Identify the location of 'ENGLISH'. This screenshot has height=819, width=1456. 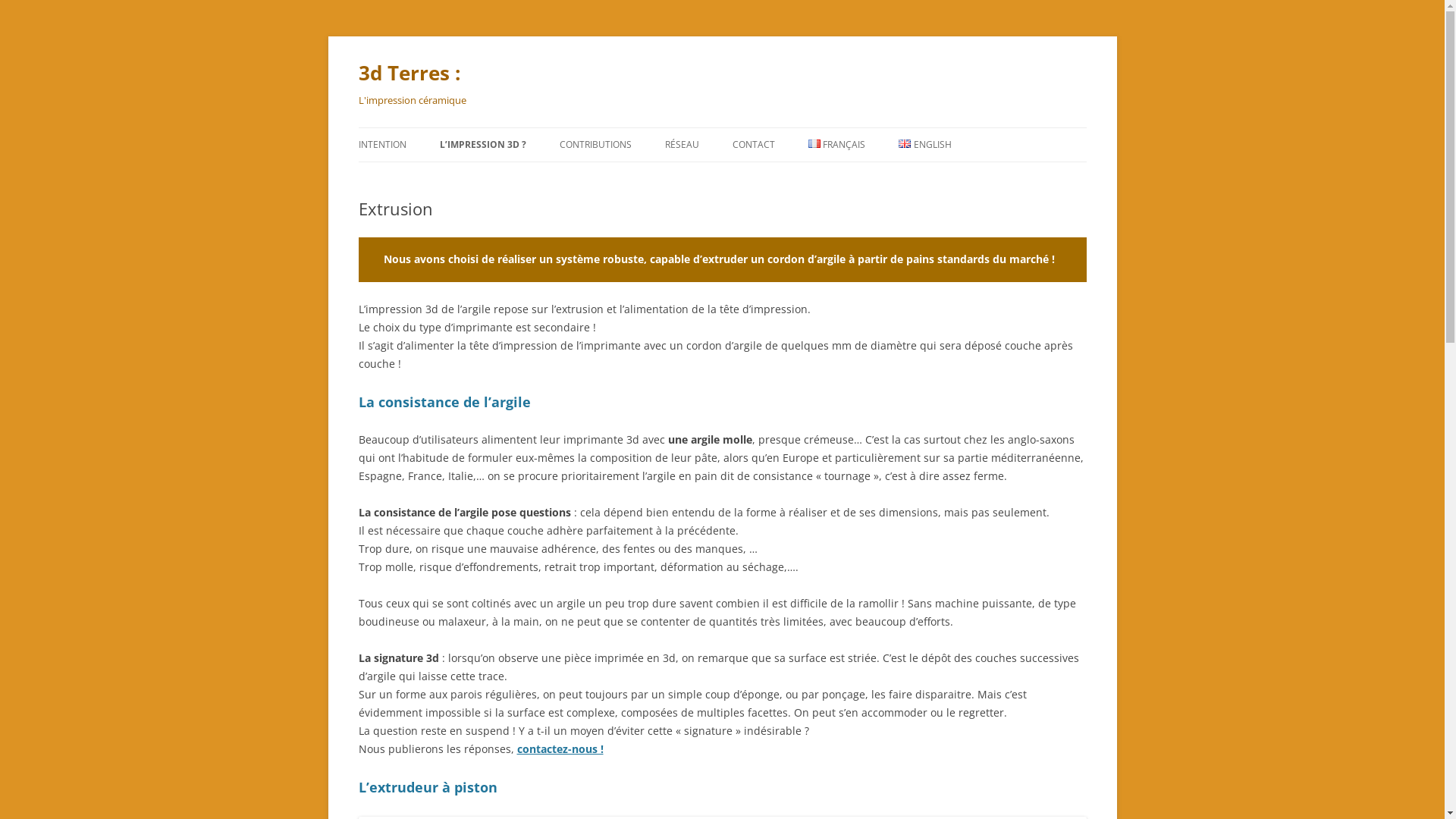
(924, 145).